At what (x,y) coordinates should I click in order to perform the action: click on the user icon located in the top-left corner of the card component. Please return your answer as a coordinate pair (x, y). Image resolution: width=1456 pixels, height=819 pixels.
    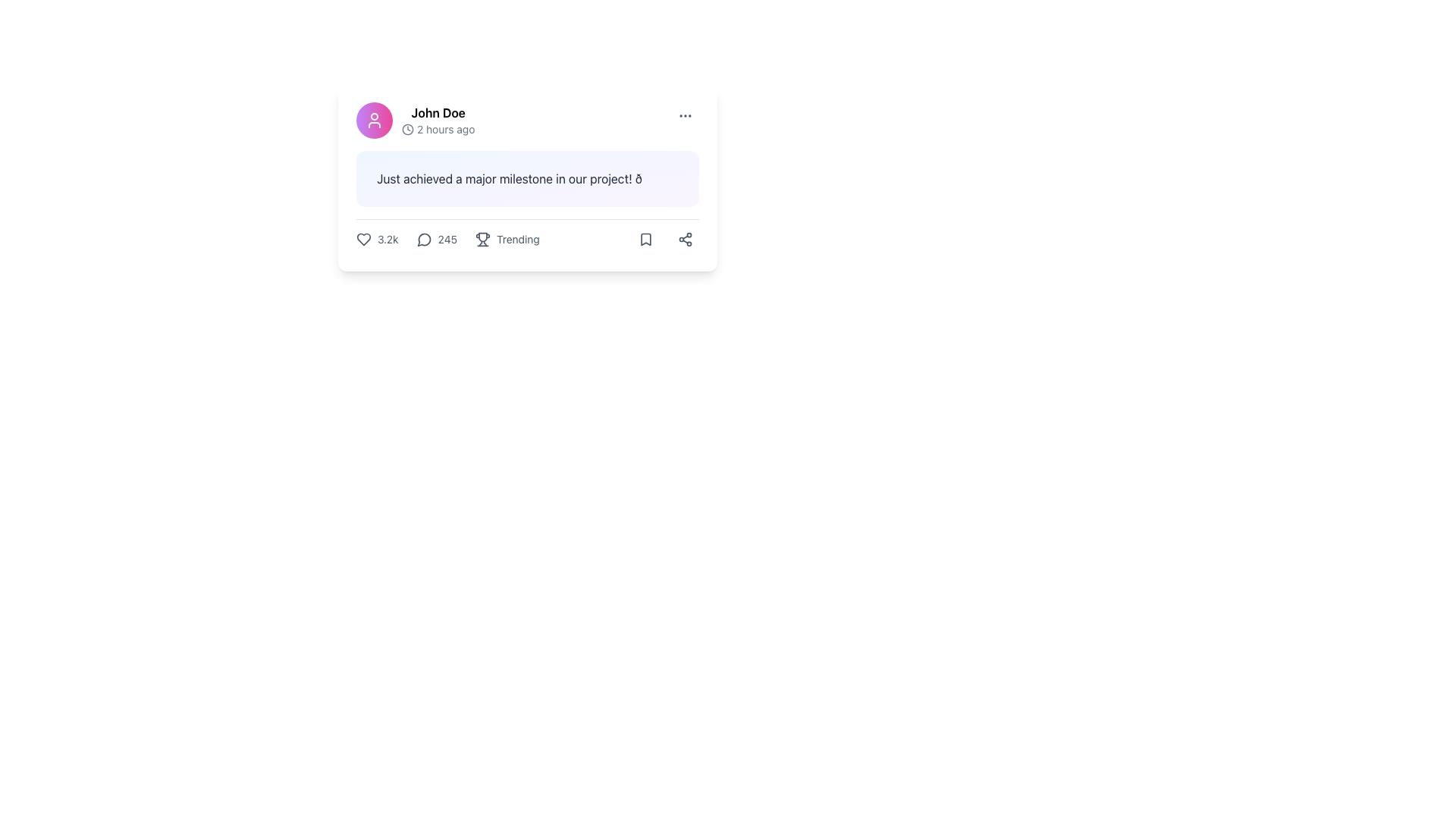
    Looking at the image, I should click on (375, 119).